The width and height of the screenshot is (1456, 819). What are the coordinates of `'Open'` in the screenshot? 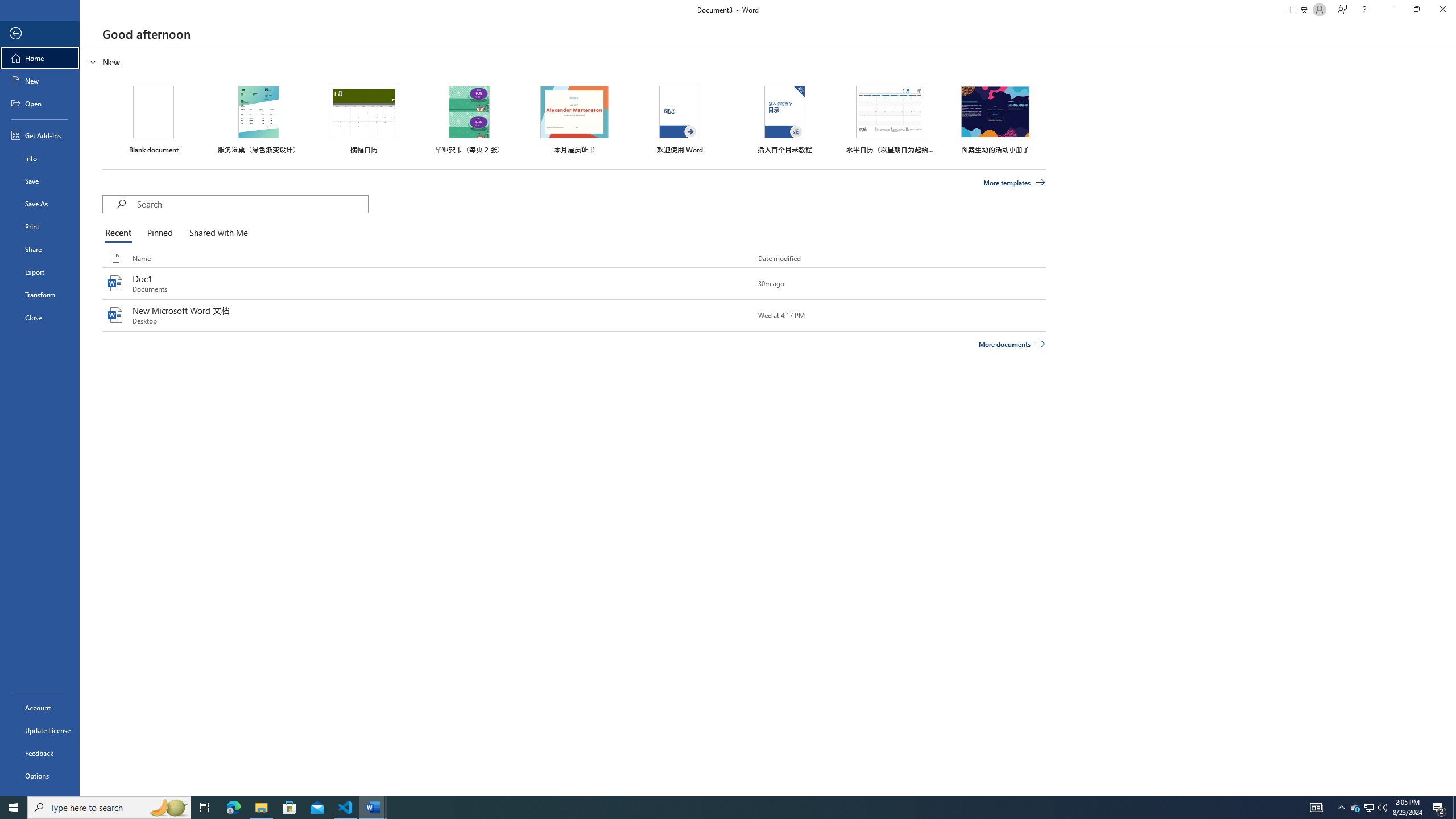 It's located at (39, 102).